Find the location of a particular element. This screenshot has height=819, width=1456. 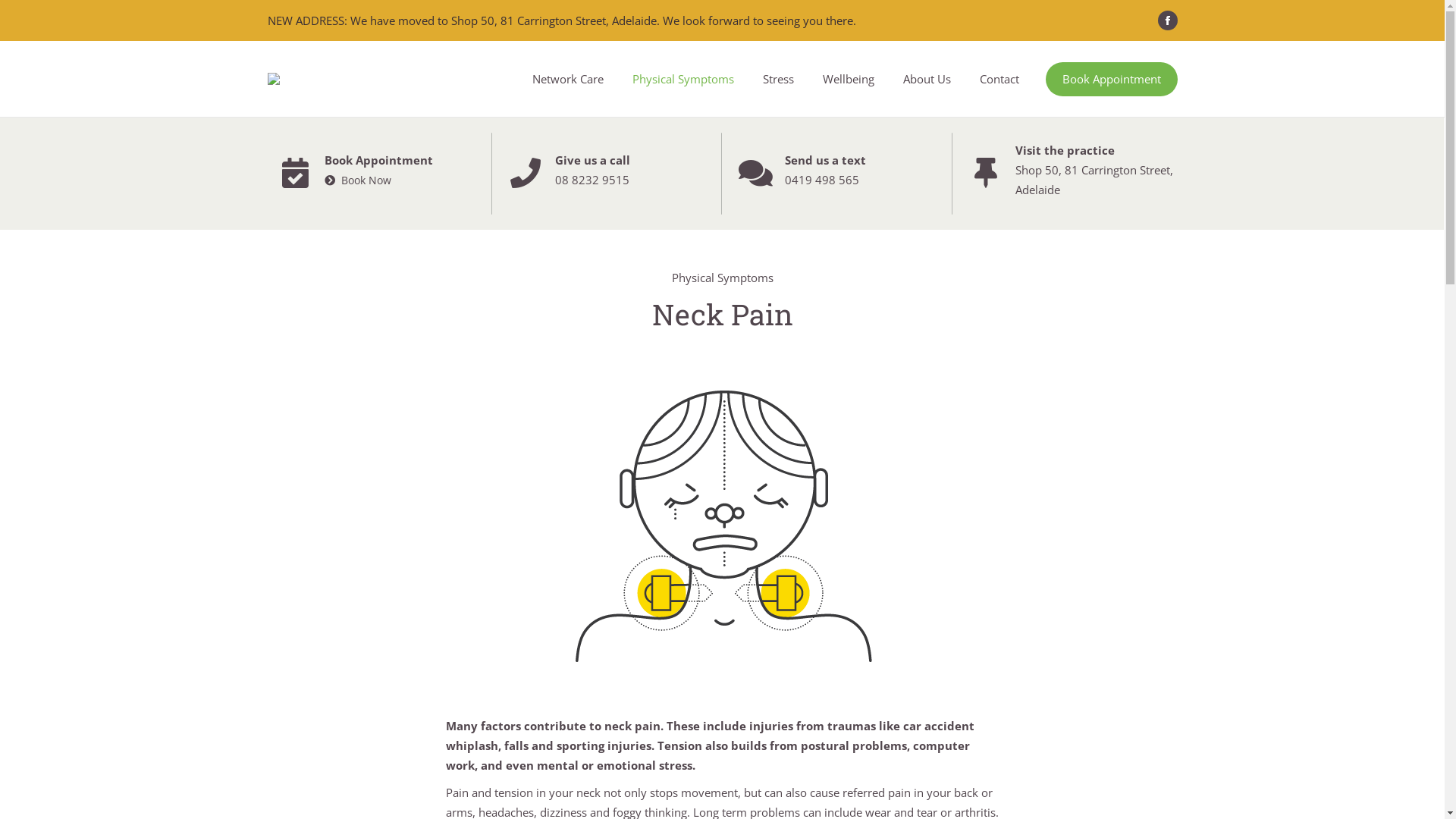

'Network Care' is located at coordinates (566, 78).